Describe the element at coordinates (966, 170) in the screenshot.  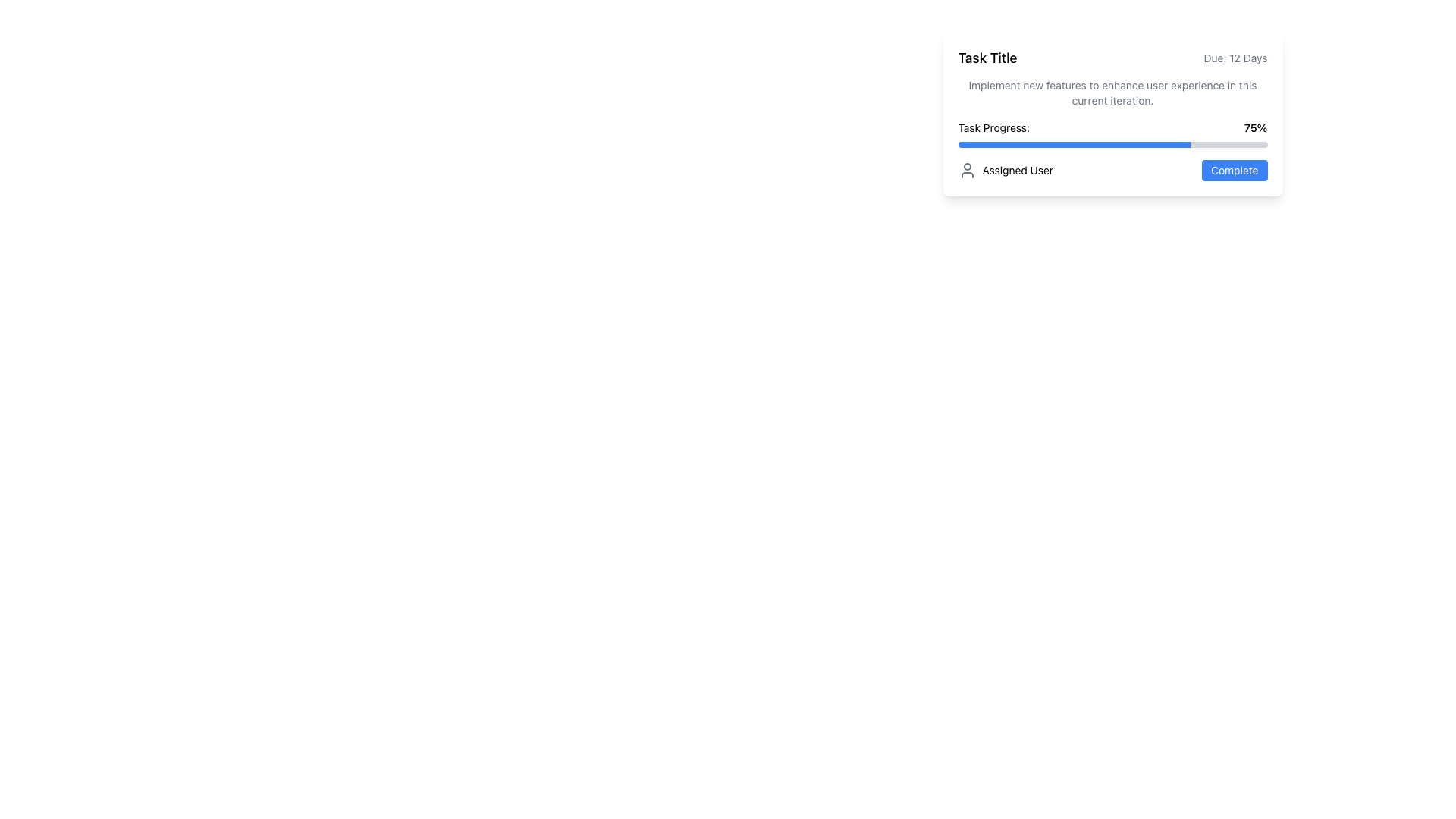
I see `the user avatar icon, which is a gray circular icon with a line-based design, located to the left of the 'Assigned User' text` at that location.